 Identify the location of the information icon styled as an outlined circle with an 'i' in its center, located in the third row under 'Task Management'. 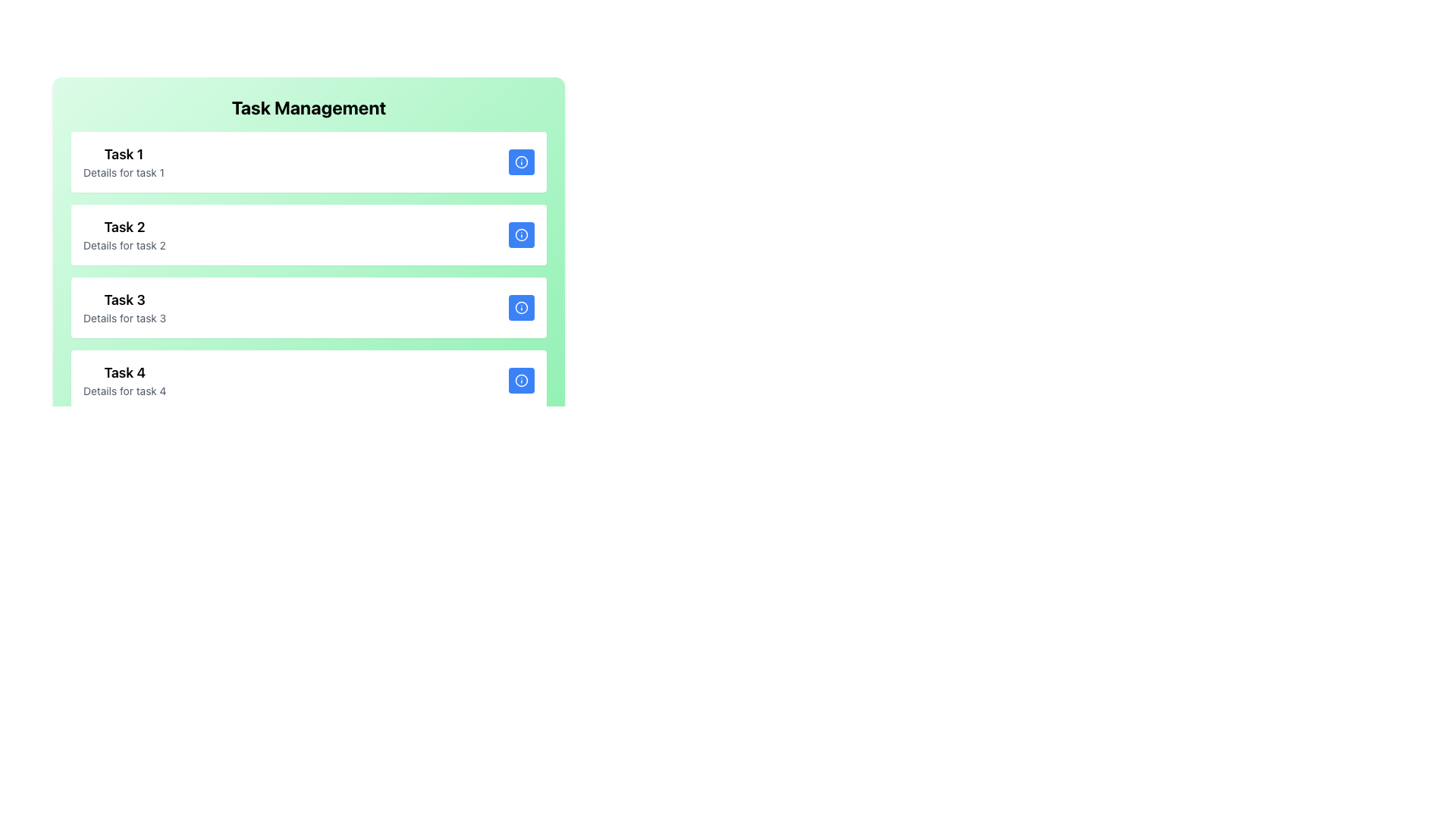
(521, 234).